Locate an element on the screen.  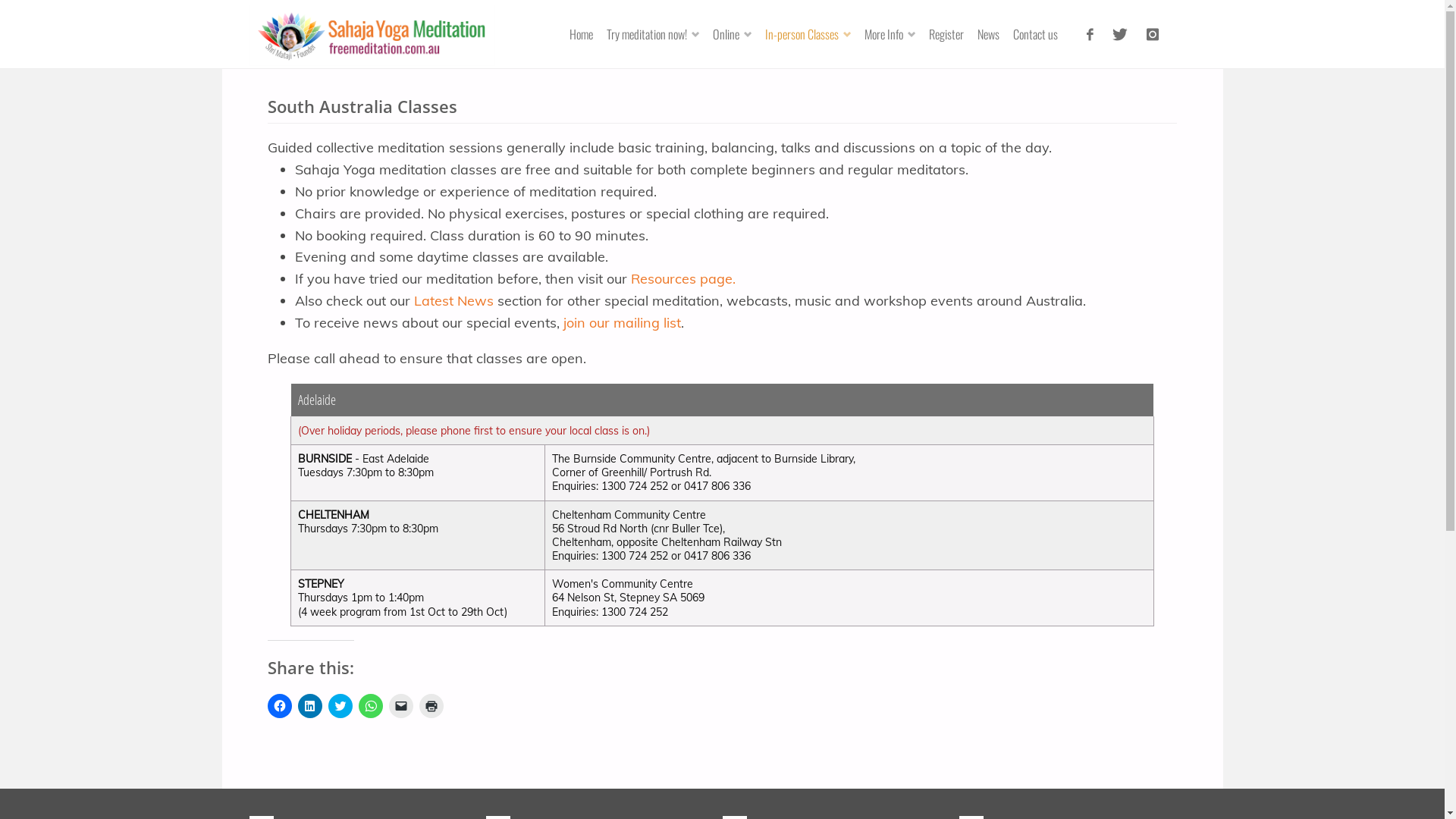
'Click to share on LinkedIn (Opens in new window)' is located at coordinates (309, 705).